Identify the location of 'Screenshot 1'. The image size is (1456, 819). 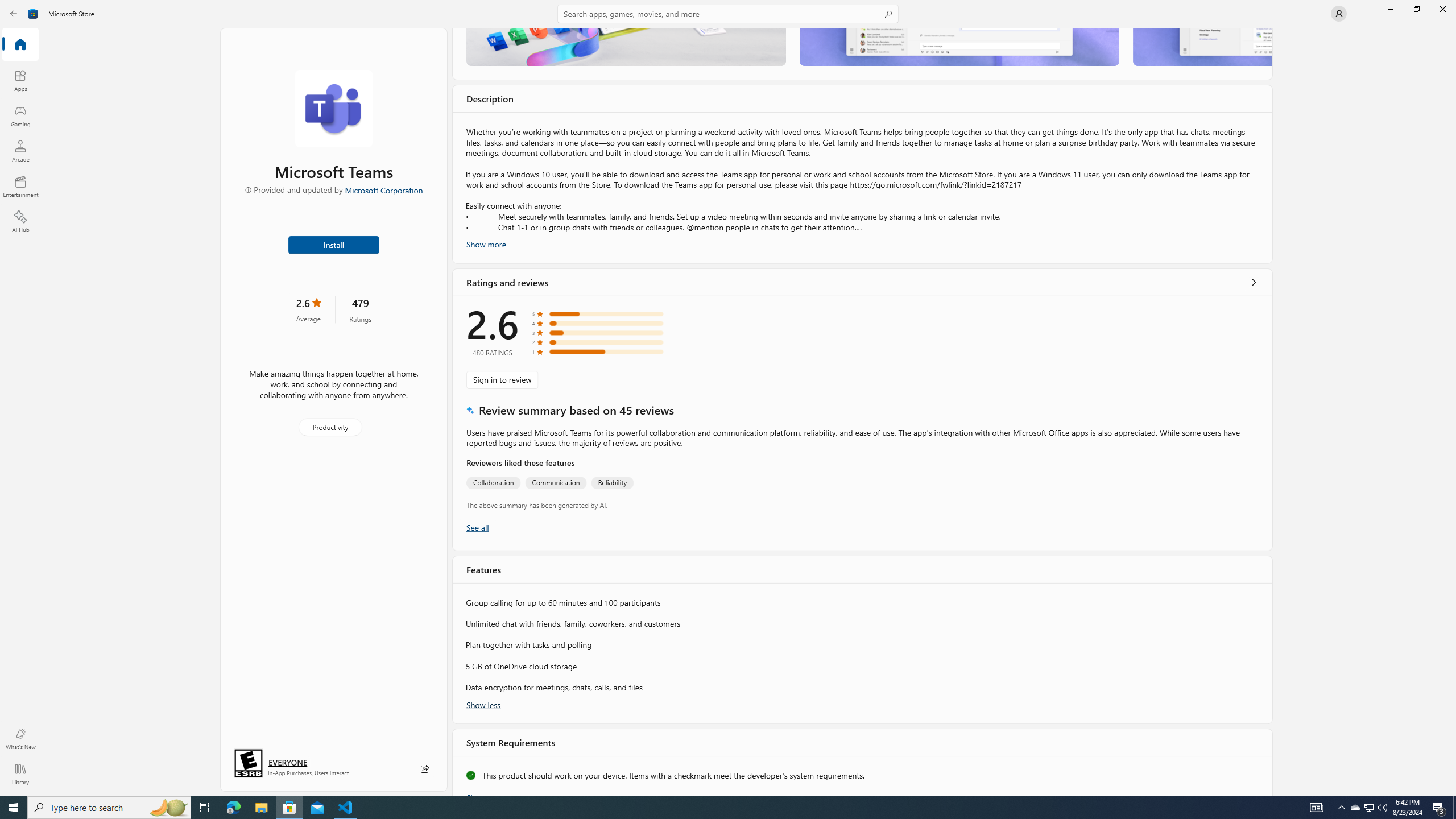
(626, 46).